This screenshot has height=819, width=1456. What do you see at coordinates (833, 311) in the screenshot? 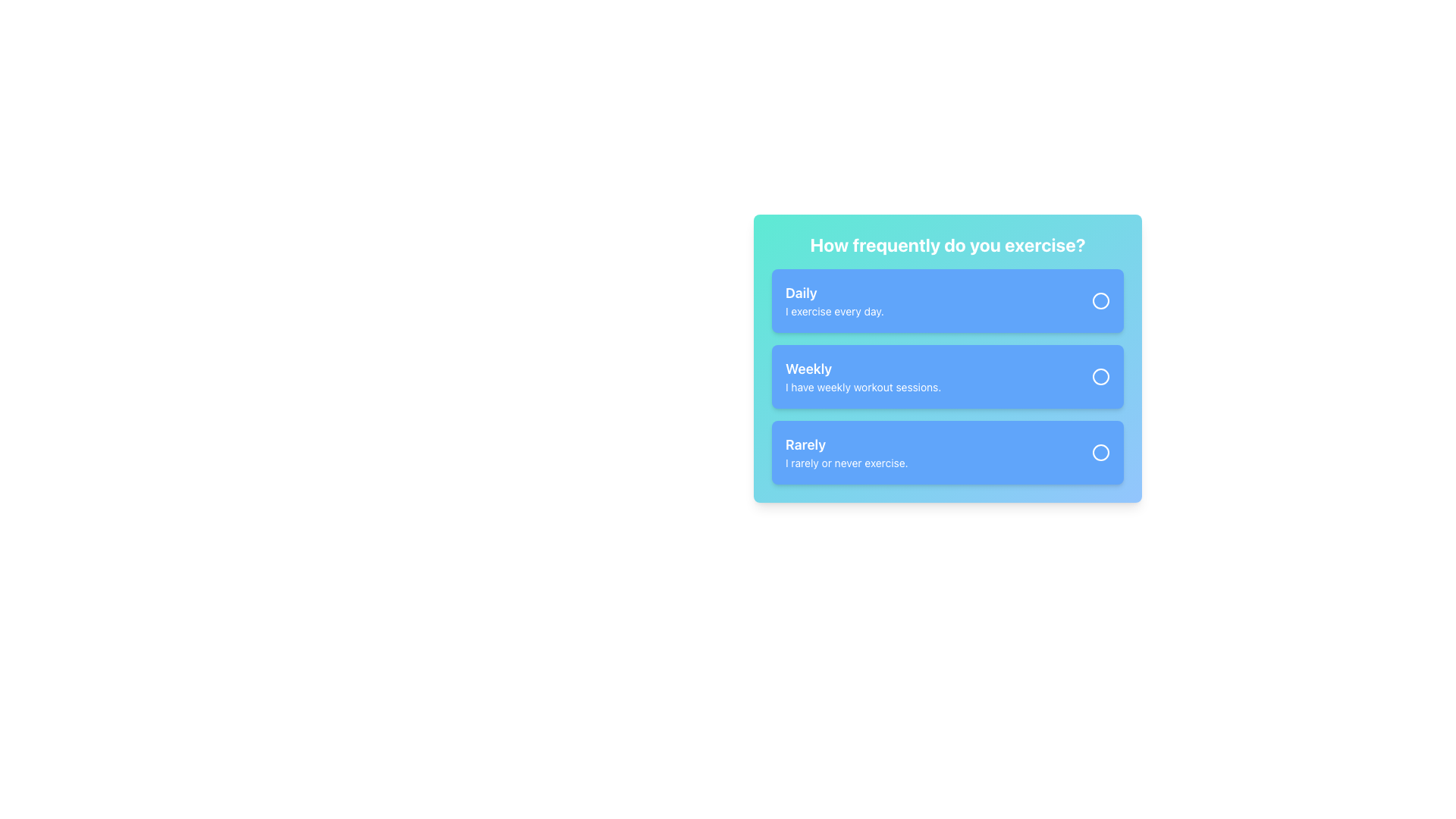
I see `the text label that serves as a sub-text description for the 'Daily' option in a multiple-choice question about exercise frequency, located below the 'Daily' heading in the blue rectangular section at the top of the list layout` at bounding box center [833, 311].